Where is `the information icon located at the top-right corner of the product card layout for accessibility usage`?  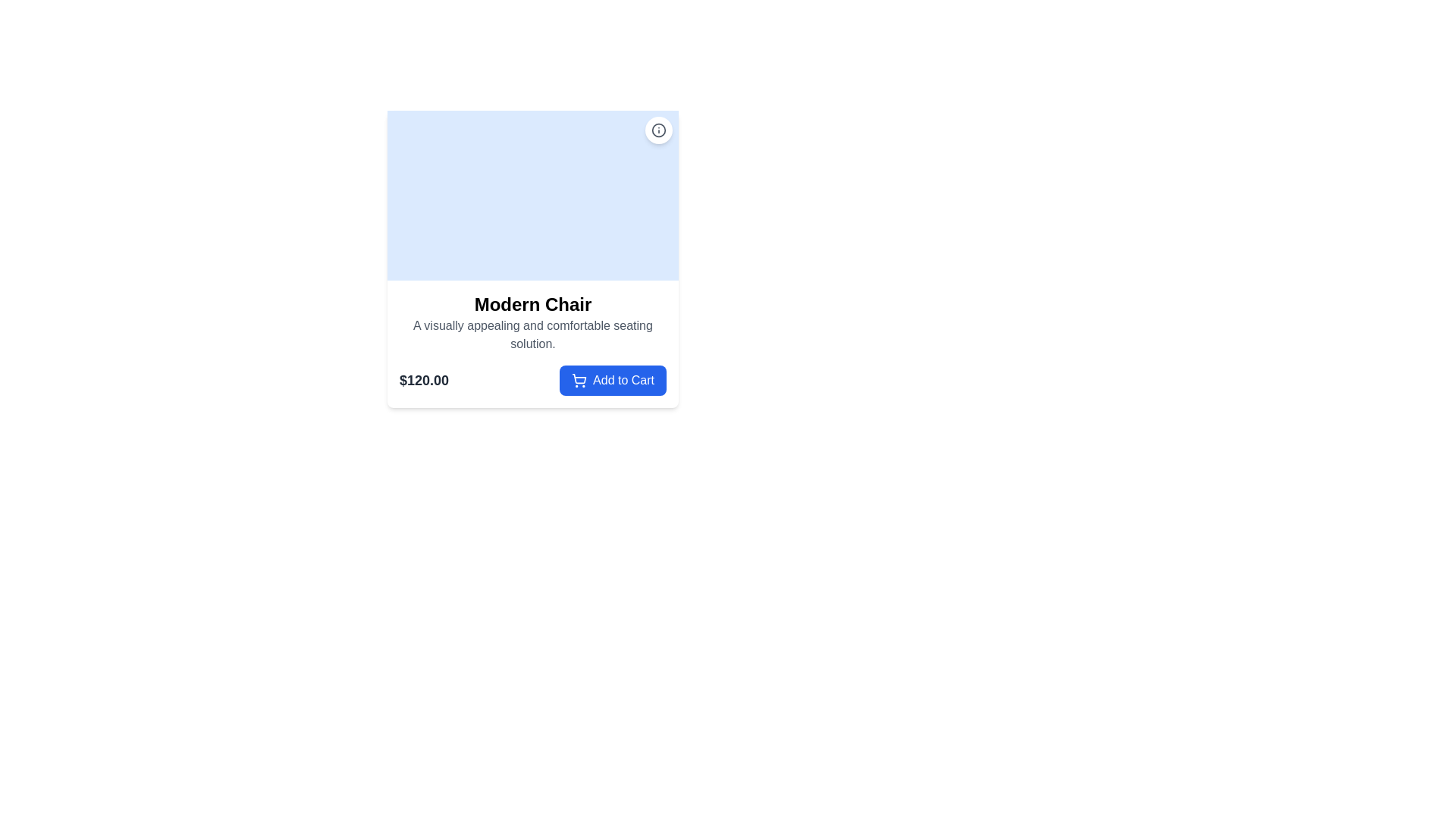 the information icon located at the top-right corner of the product card layout for accessibility usage is located at coordinates (658, 130).